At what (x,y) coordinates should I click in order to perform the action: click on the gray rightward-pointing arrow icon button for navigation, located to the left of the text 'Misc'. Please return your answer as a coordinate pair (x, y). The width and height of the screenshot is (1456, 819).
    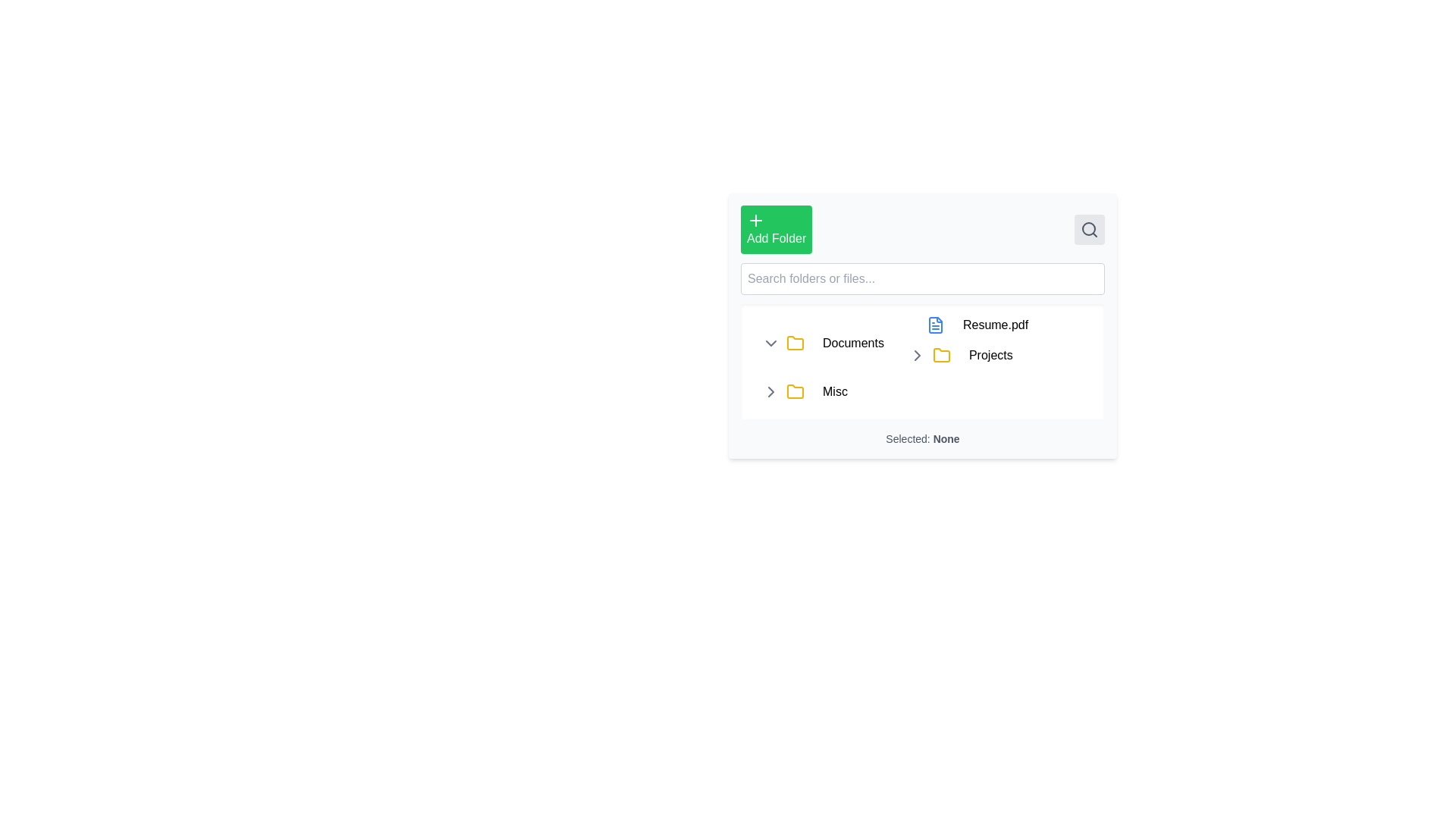
    Looking at the image, I should click on (771, 391).